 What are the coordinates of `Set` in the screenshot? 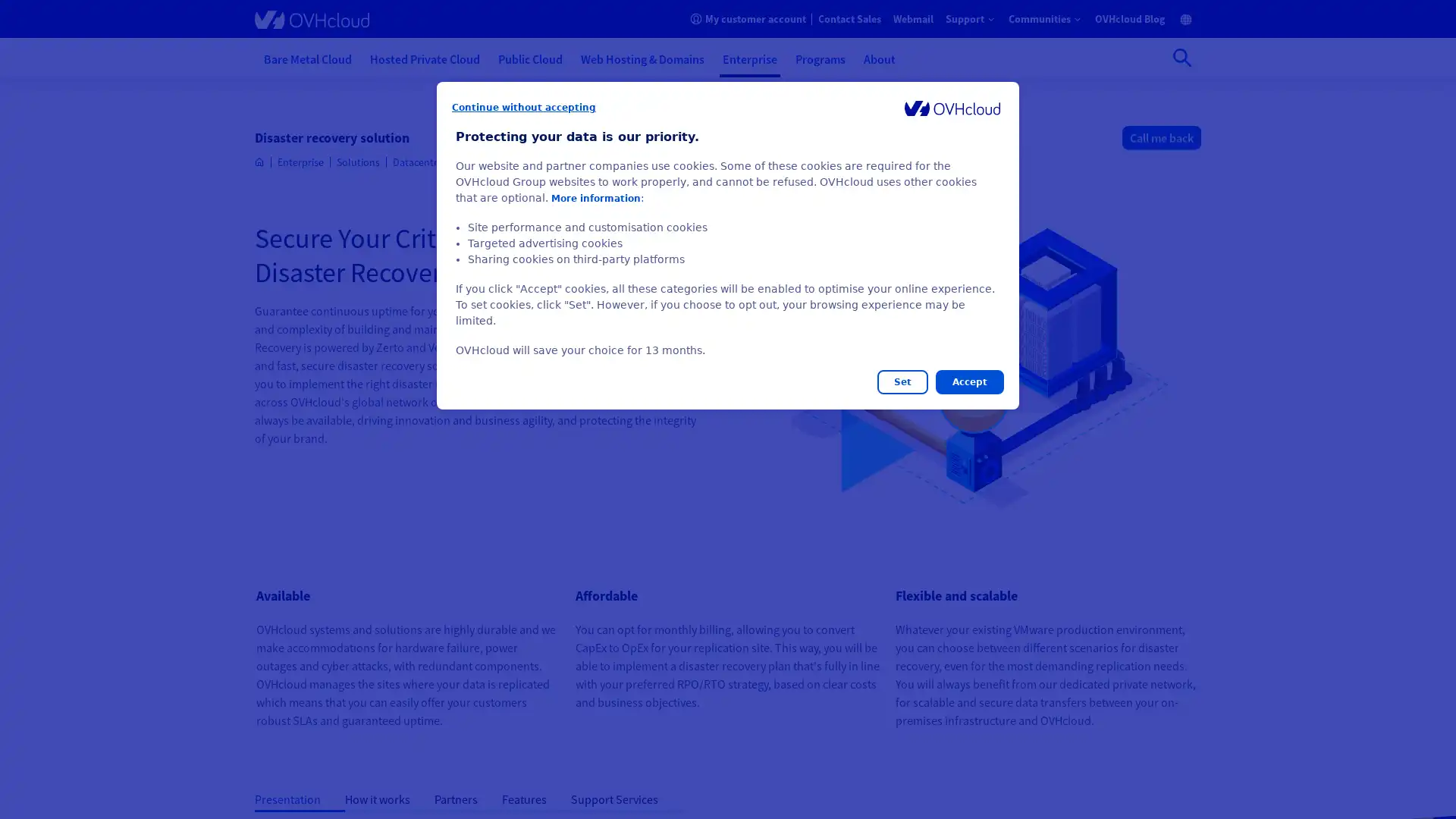 It's located at (902, 381).